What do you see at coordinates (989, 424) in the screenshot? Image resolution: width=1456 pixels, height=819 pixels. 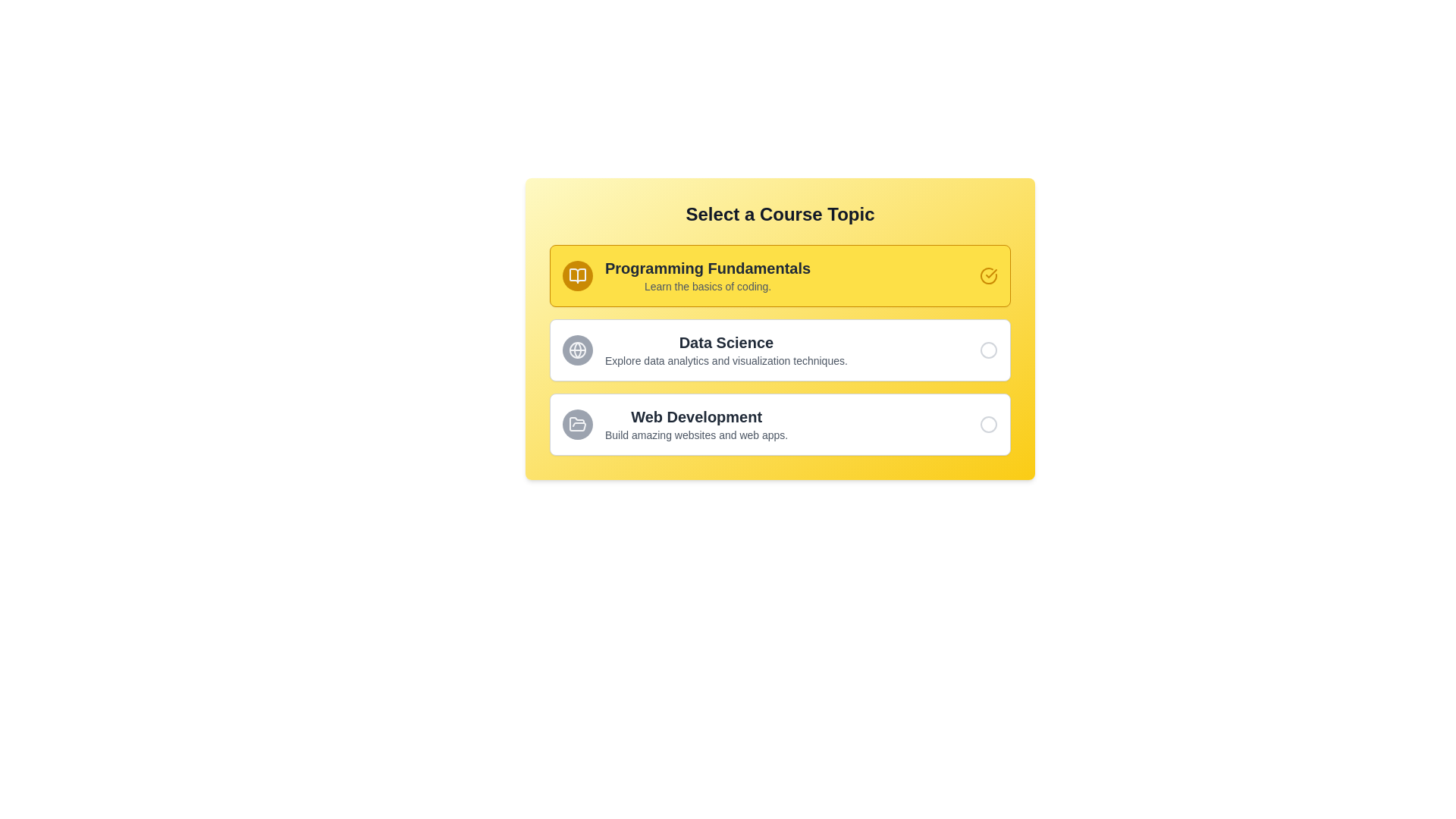 I see `the unselected radio button located at the far right of the 'Web Development' section to receive potential additional visual feedback` at bounding box center [989, 424].